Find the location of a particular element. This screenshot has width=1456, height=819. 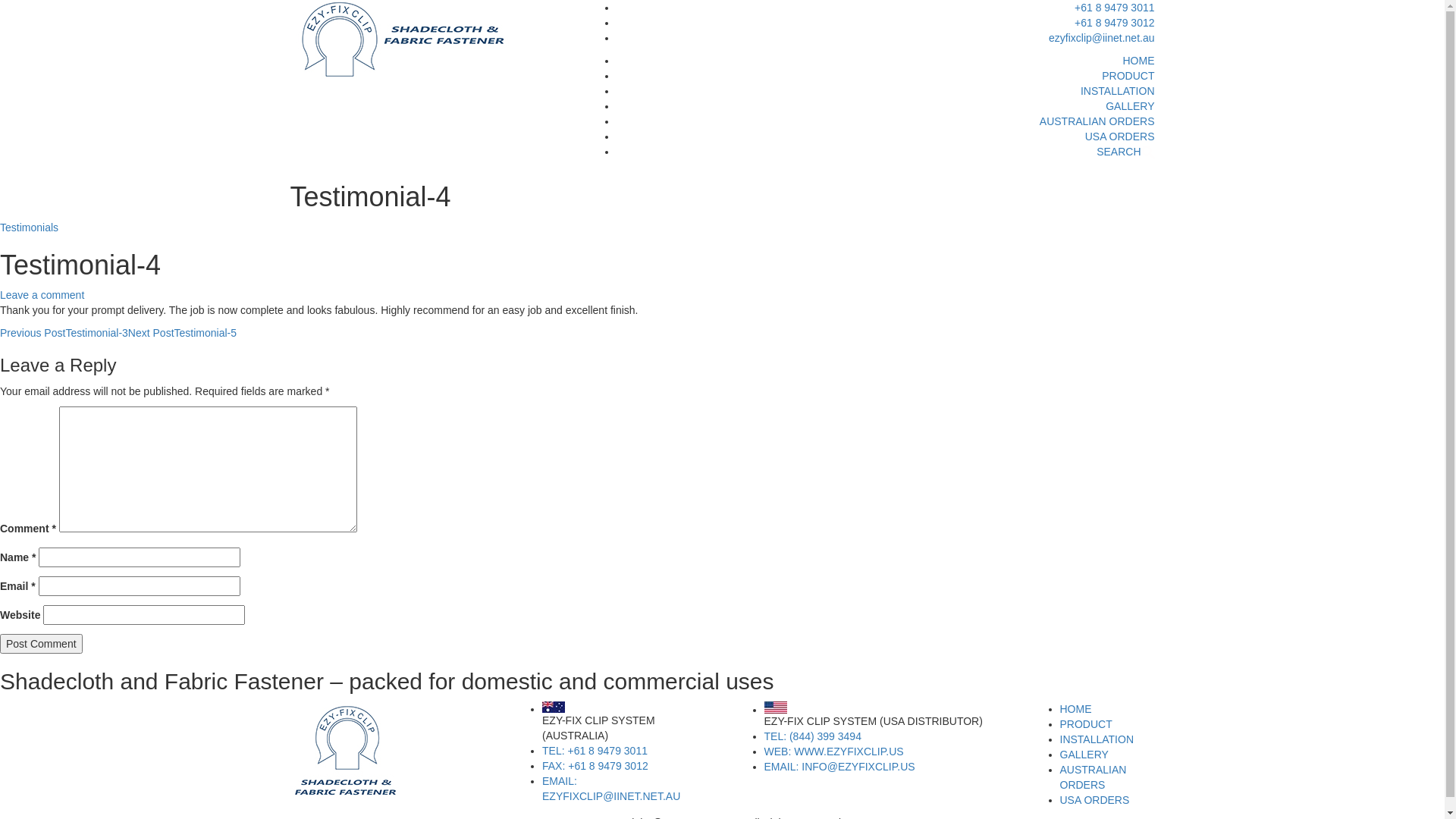

'AUSTRALIAN ORDERS' is located at coordinates (1039, 120).